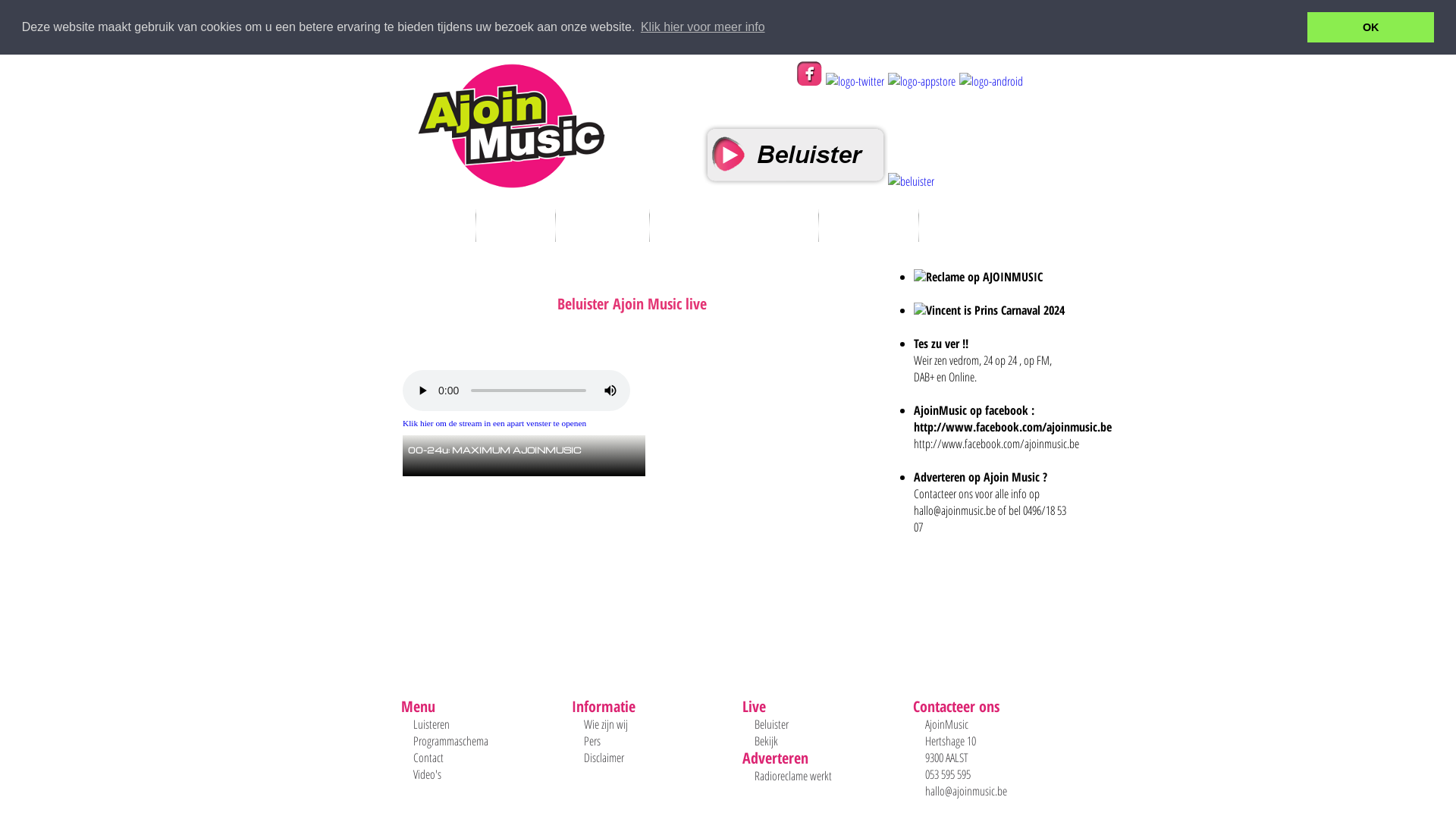 This screenshot has width=1456, height=819. What do you see at coordinates (494, 423) in the screenshot?
I see `'Klik hier om de stream in een apart venster te openen'` at bounding box center [494, 423].